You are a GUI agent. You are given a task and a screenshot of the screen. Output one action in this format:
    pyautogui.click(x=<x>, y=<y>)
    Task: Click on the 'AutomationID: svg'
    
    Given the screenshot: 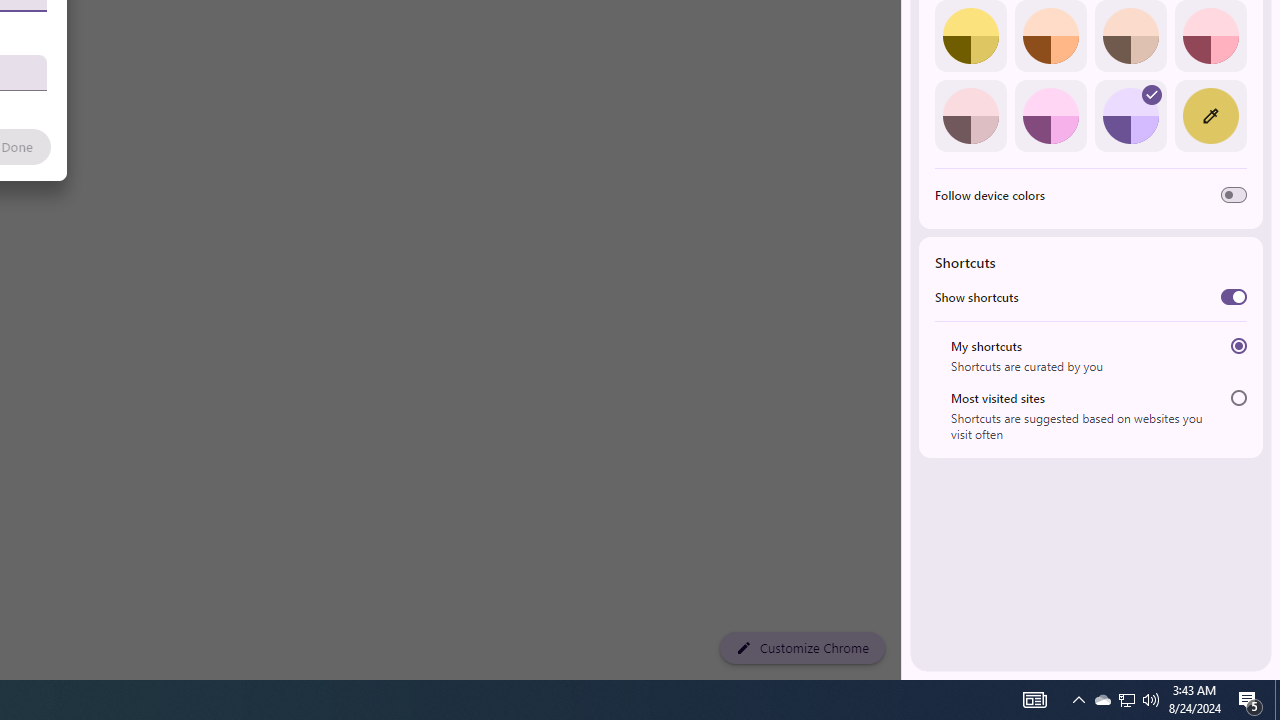 What is the action you would take?
    pyautogui.click(x=1152, y=95)
    